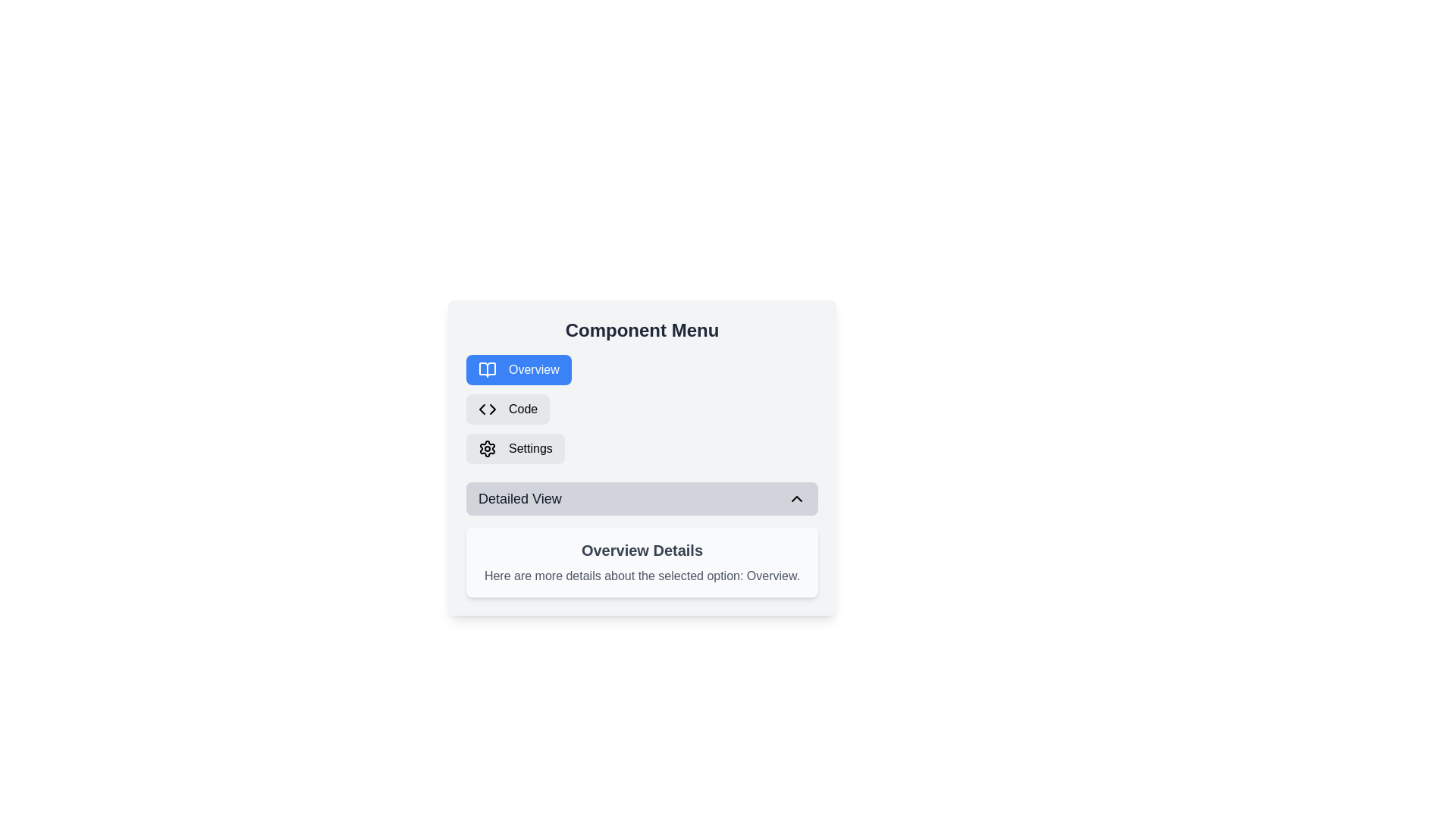  I want to click on the 'Code' icon in the Component Menu, so click(488, 409).